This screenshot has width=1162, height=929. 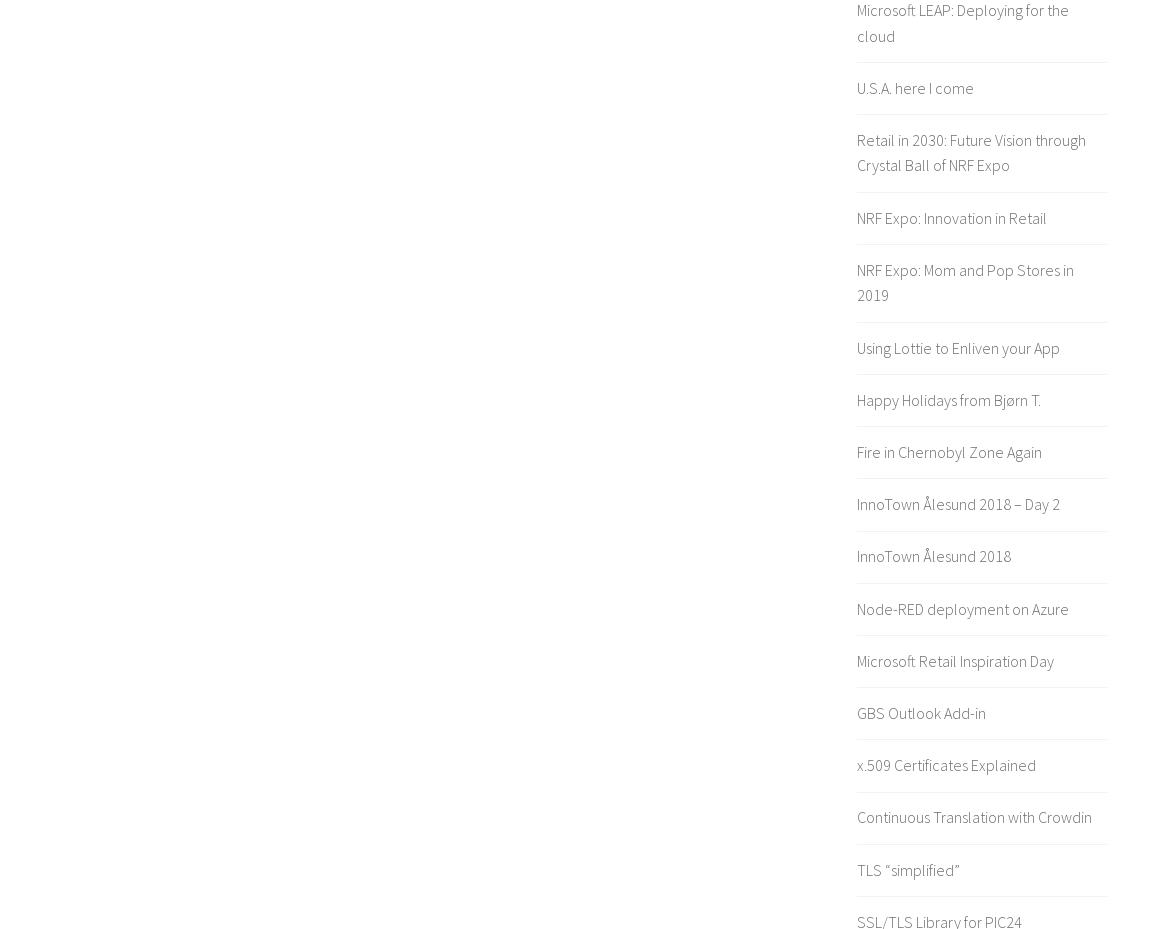 What do you see at coordinates (856, 346) in the screenshot?
I see `'Using Lottie to Enliven your App'` at bounding box center [856, 346].